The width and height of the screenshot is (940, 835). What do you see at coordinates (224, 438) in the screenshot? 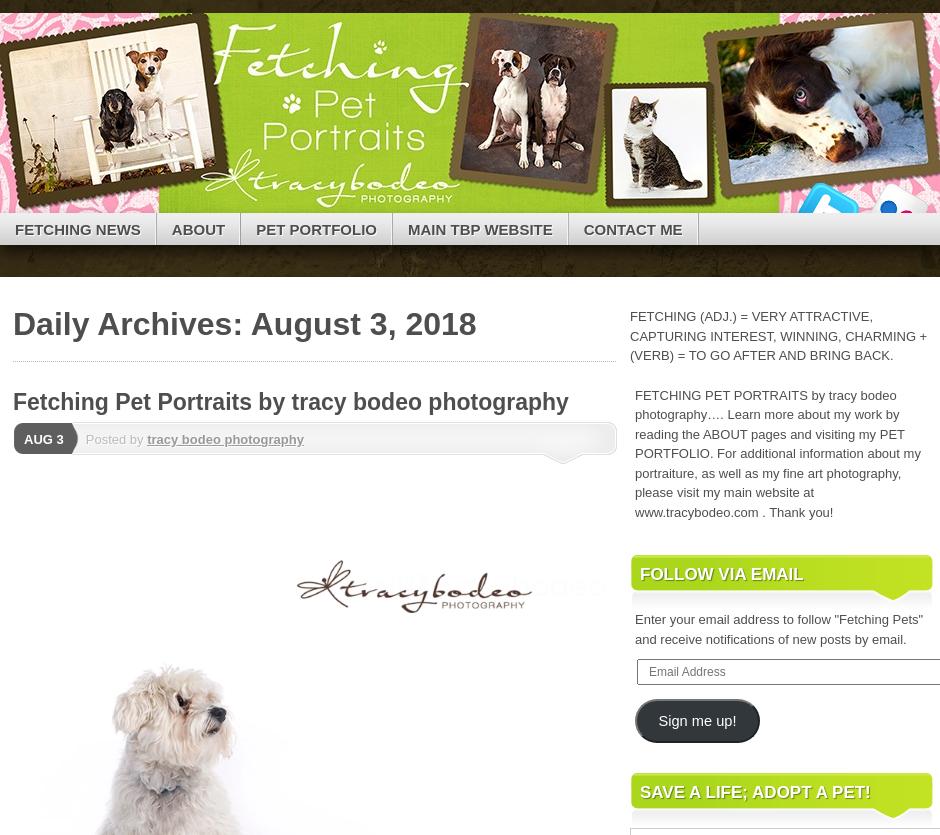
I see `'tracy bodeo photography'` at bounding box center [224, 438].